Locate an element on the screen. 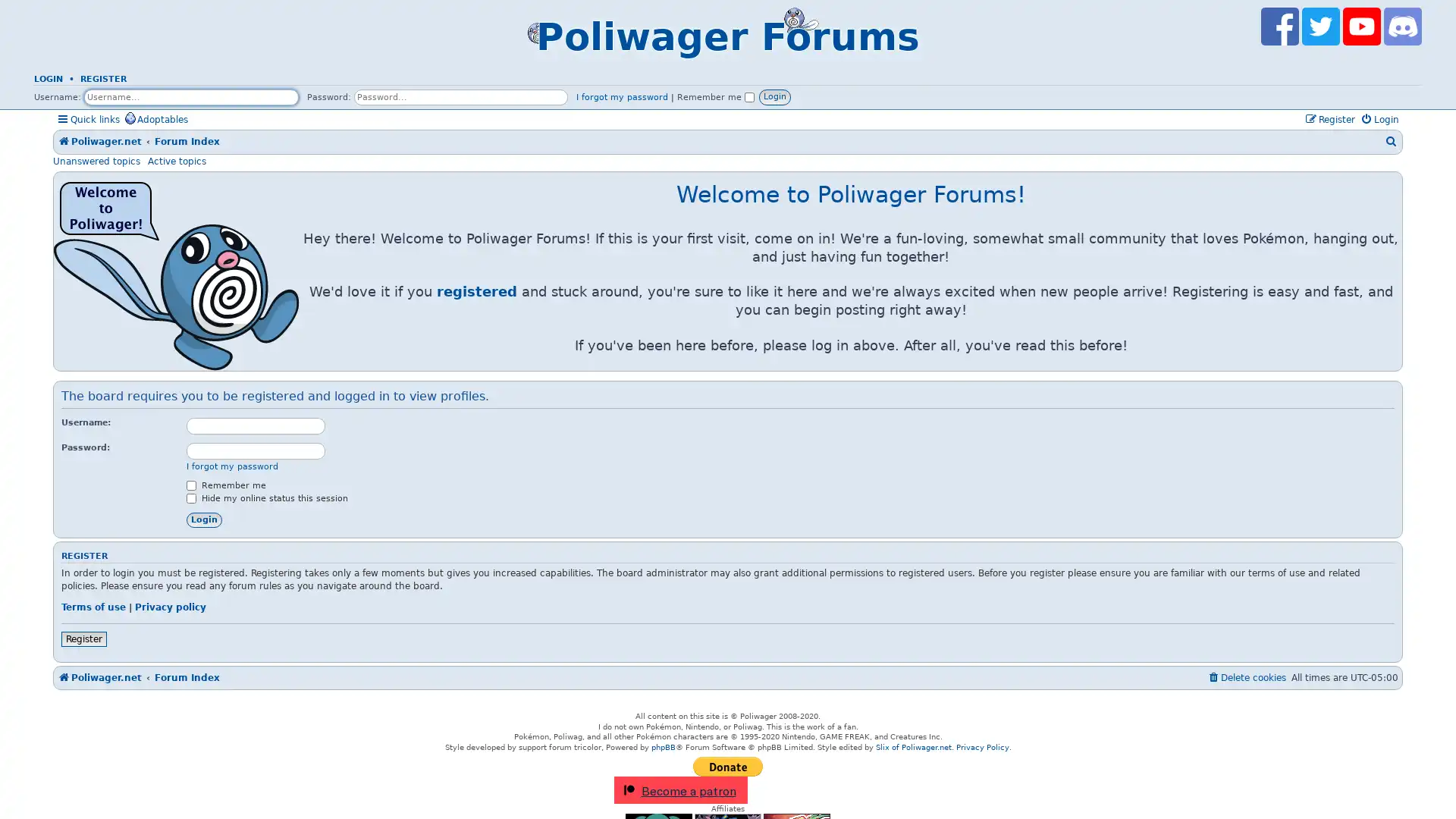 The image size is (1456, 819). PayPal - The safer, easier way to pay online! is located at coordinates (728, 766).